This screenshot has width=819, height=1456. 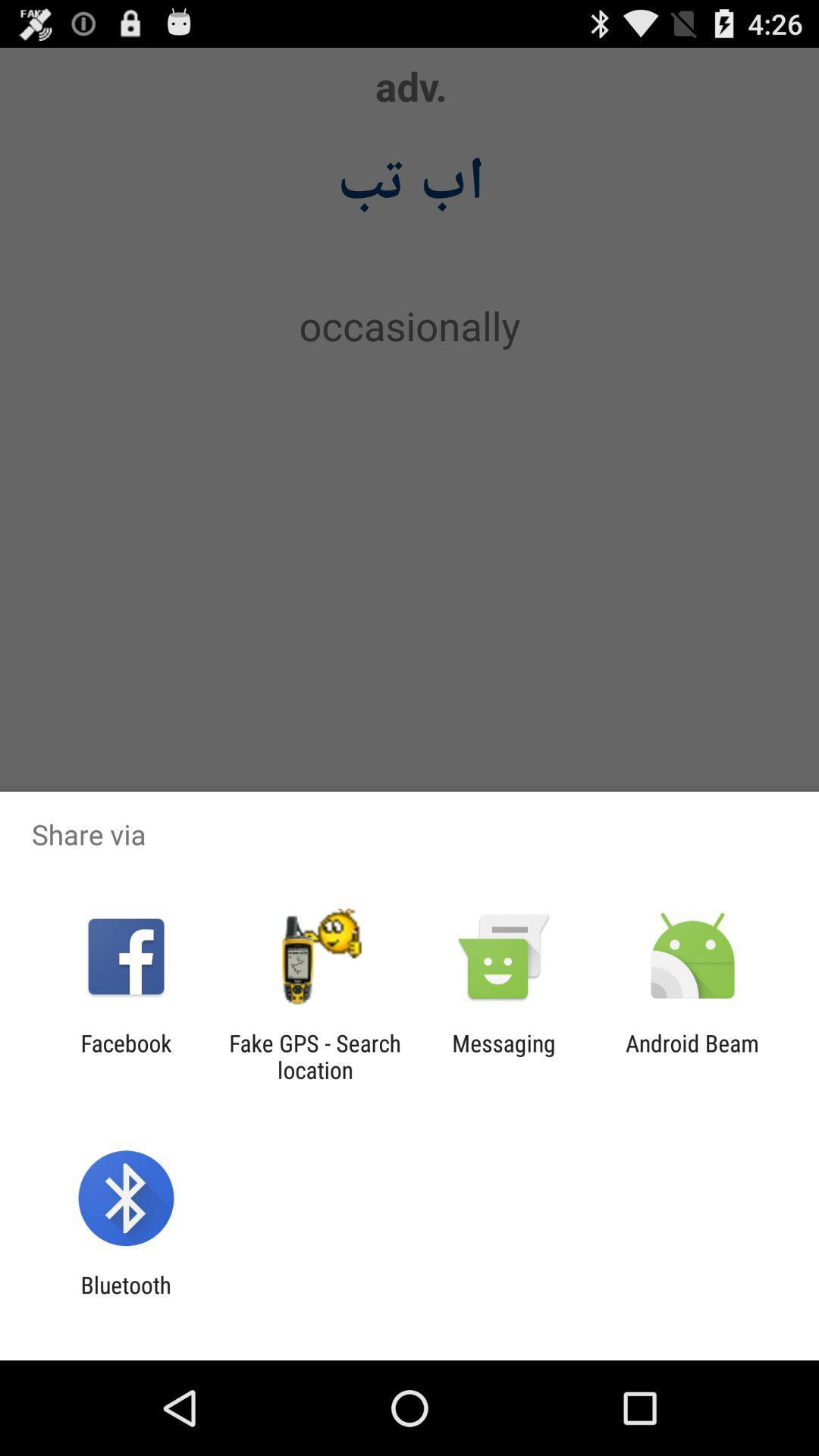 I want to click on the fake gps search icon, so click(x=314, y=1056).